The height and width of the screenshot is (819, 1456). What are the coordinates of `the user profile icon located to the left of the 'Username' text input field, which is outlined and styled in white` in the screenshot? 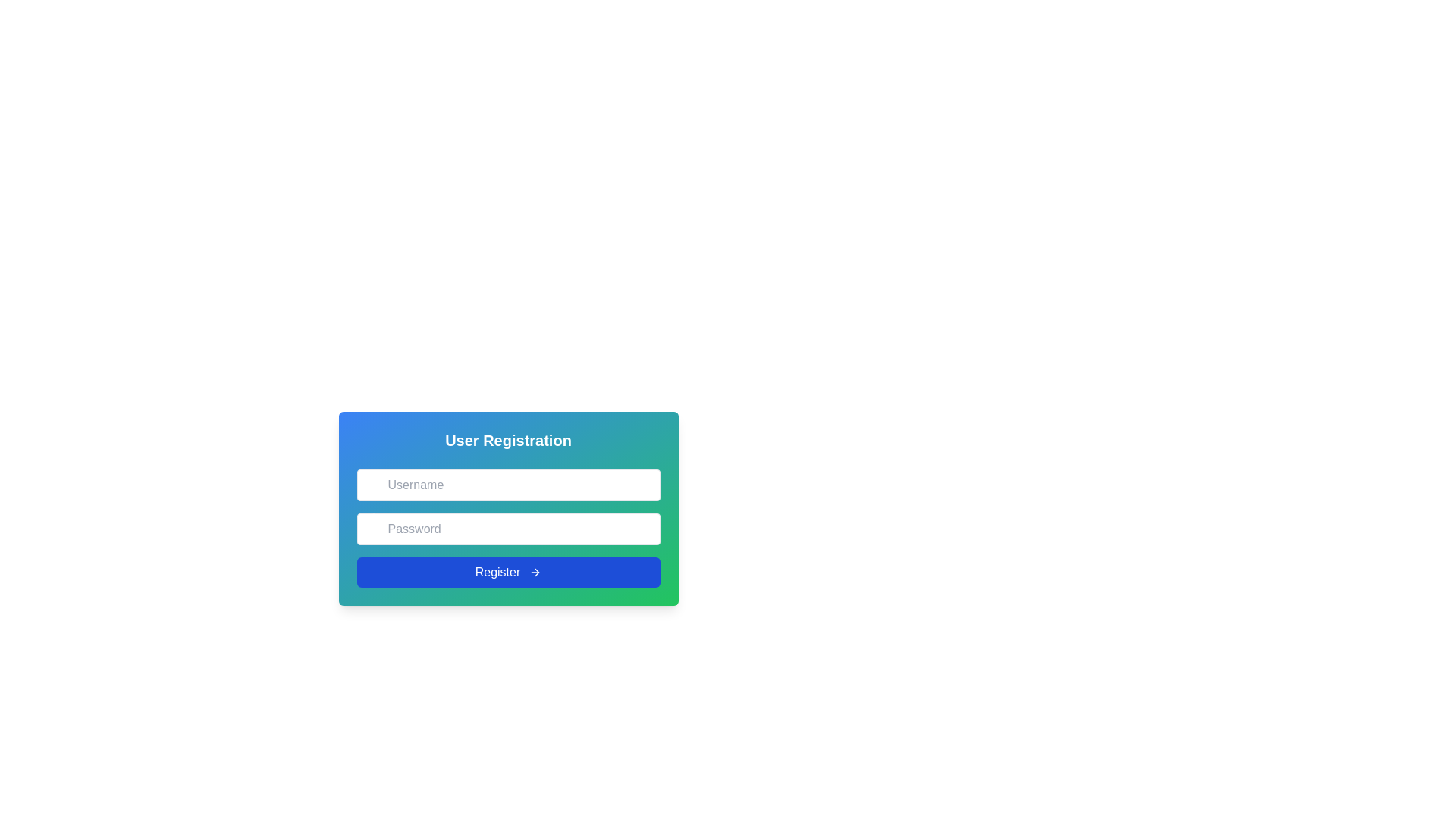 It's located at (373, 475).